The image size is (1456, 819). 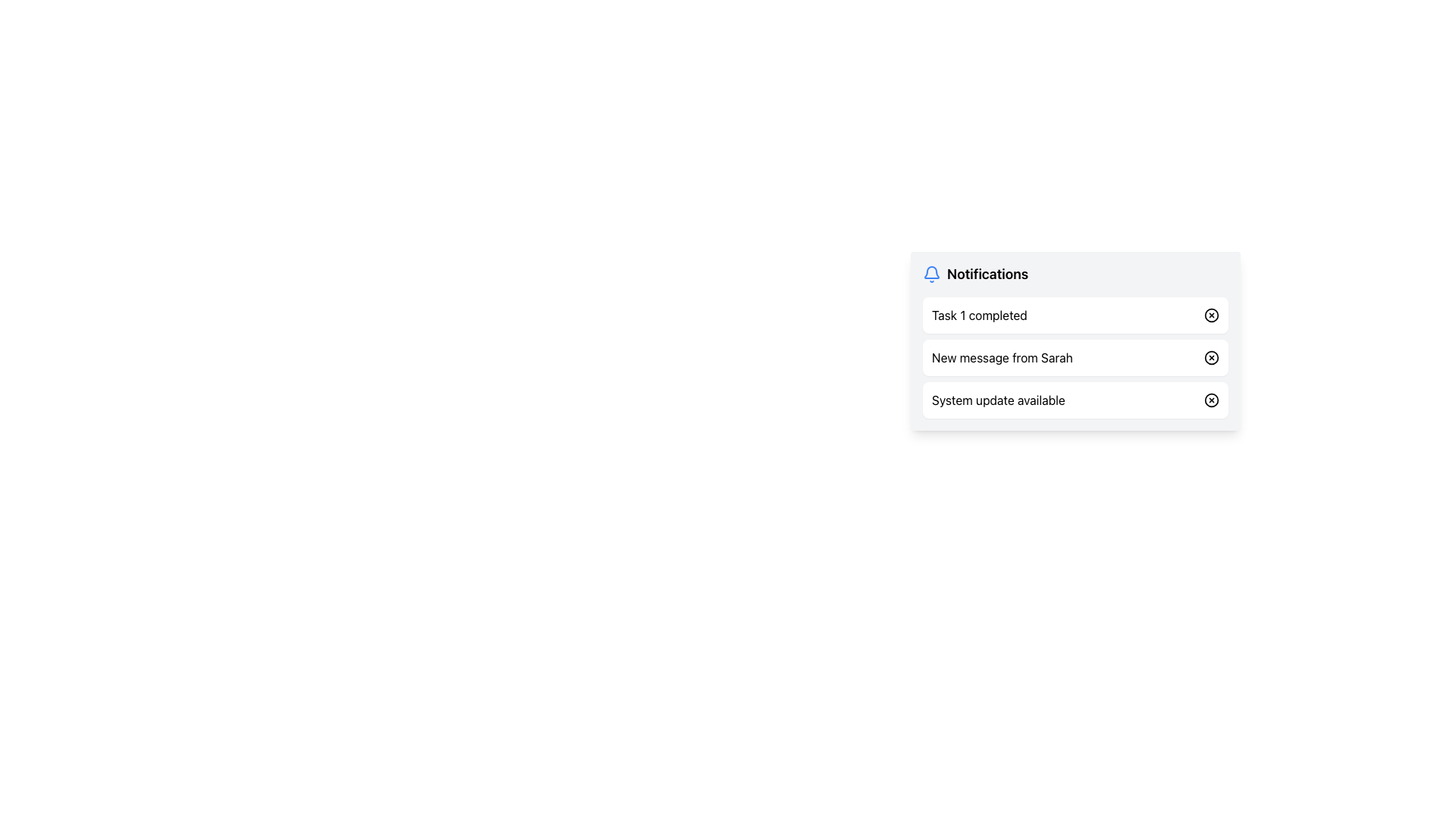 I want to click on the dismiss button on the right side of the 'New message from Sarah' notification, so click(x=1211, y=357).